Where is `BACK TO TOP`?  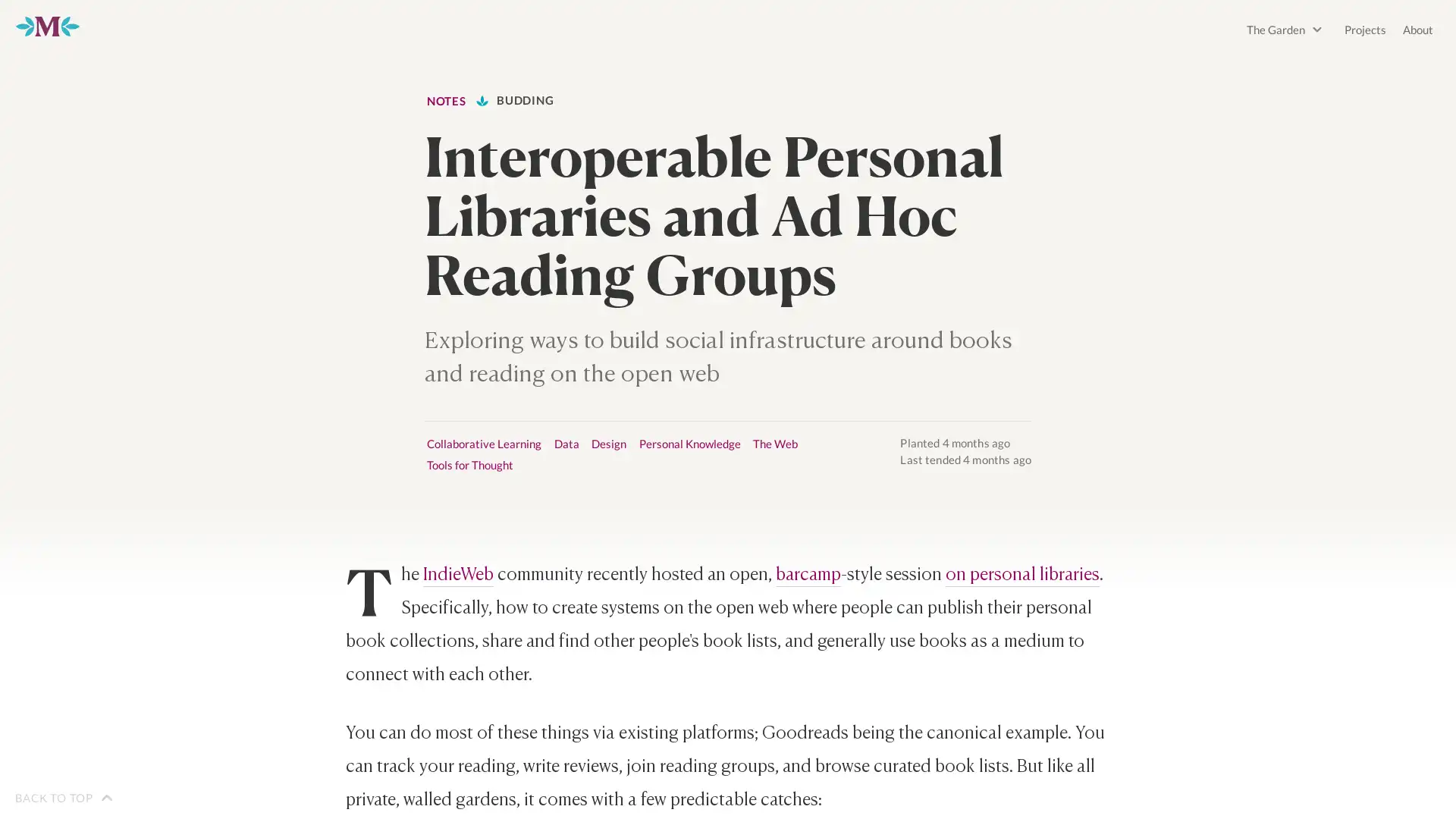
BACK TO TOP is located at coordinates (62, 797).